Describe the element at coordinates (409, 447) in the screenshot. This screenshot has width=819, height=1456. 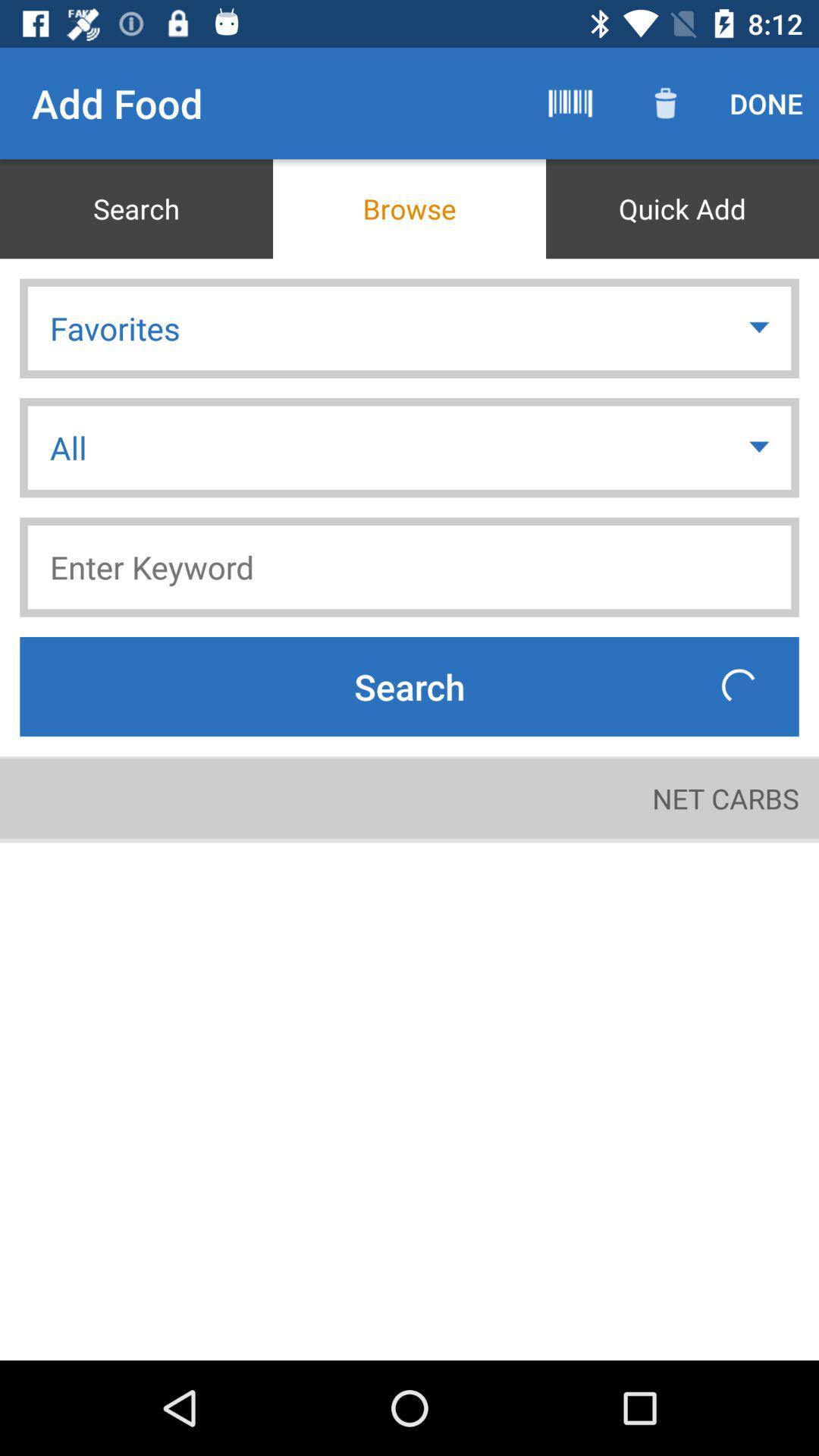
I see `all item` at that location.